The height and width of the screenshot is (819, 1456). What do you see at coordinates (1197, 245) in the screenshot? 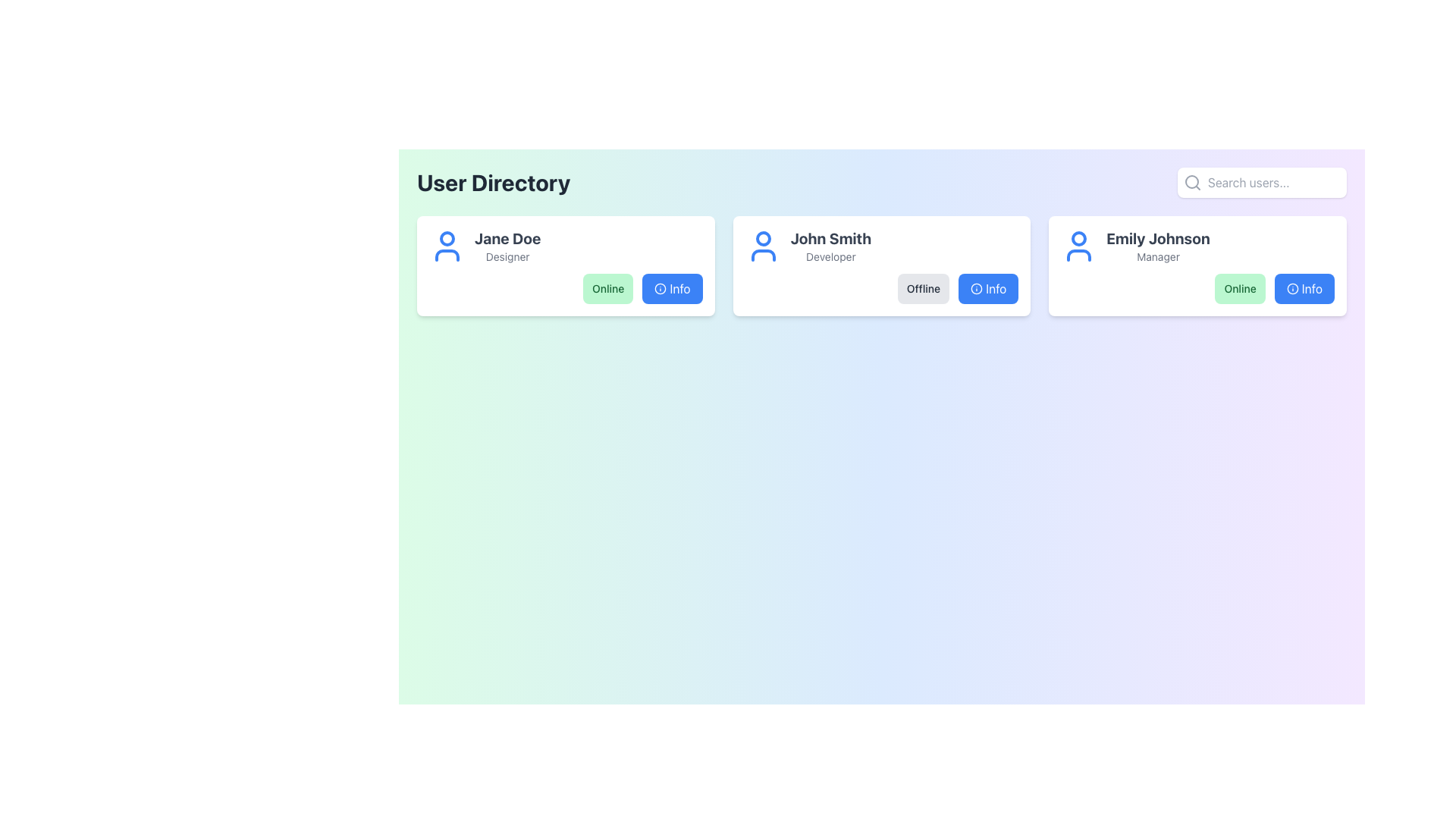
I see `the Text Display element that shows the user's name and role, located` at bounding box center [1197, 245].